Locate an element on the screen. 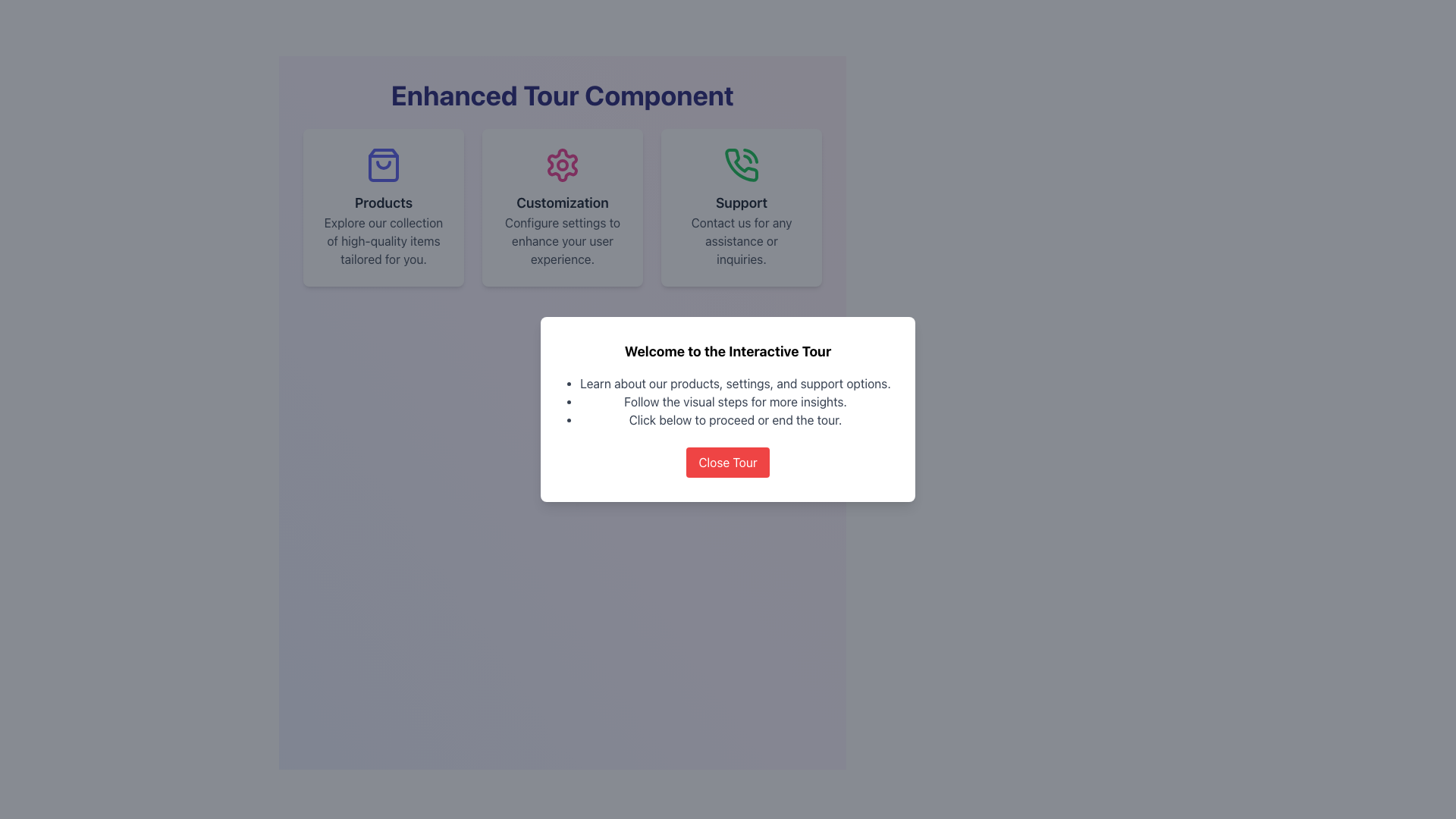 This screenshot has width=1456, height=819. the green phone icon with signal waves, which is positioned above the text 'Support' in the Support card is located at coordinates (742, 165).